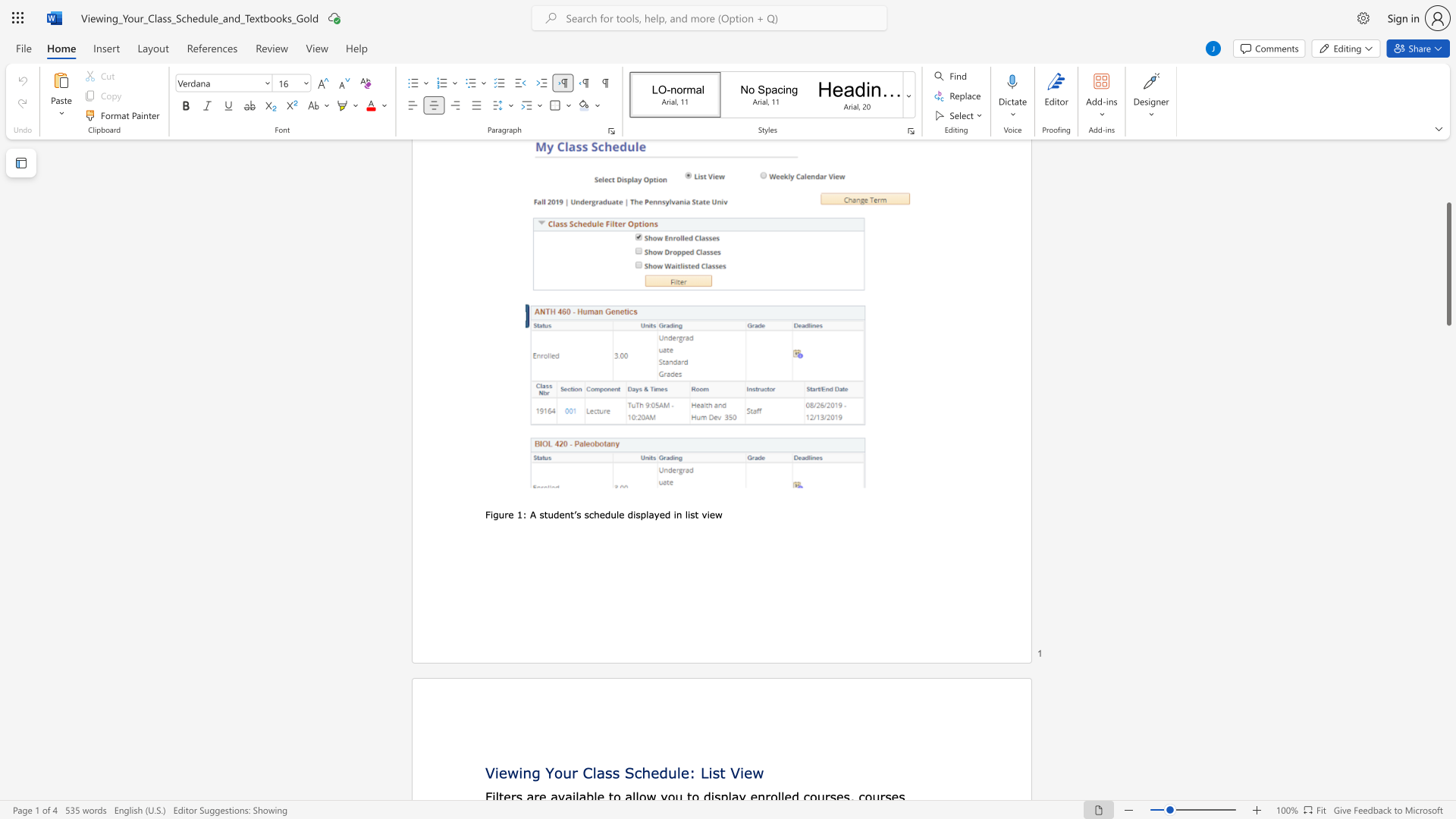 This screenshot has height=819, width=1456. I want to click on the scrollbar and move down 1410 pixels, so click(1448, 263).